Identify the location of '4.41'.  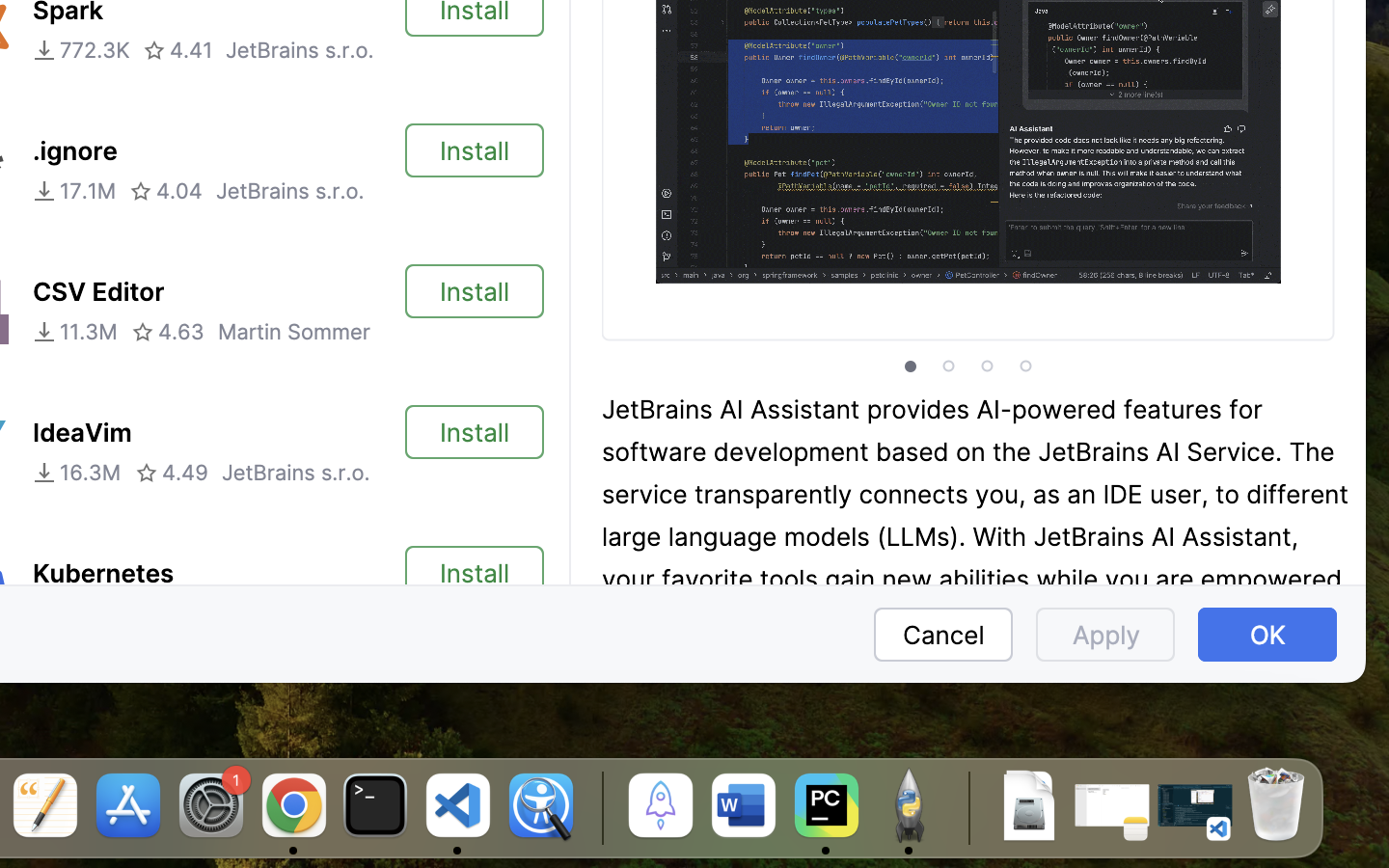
(177, 49).